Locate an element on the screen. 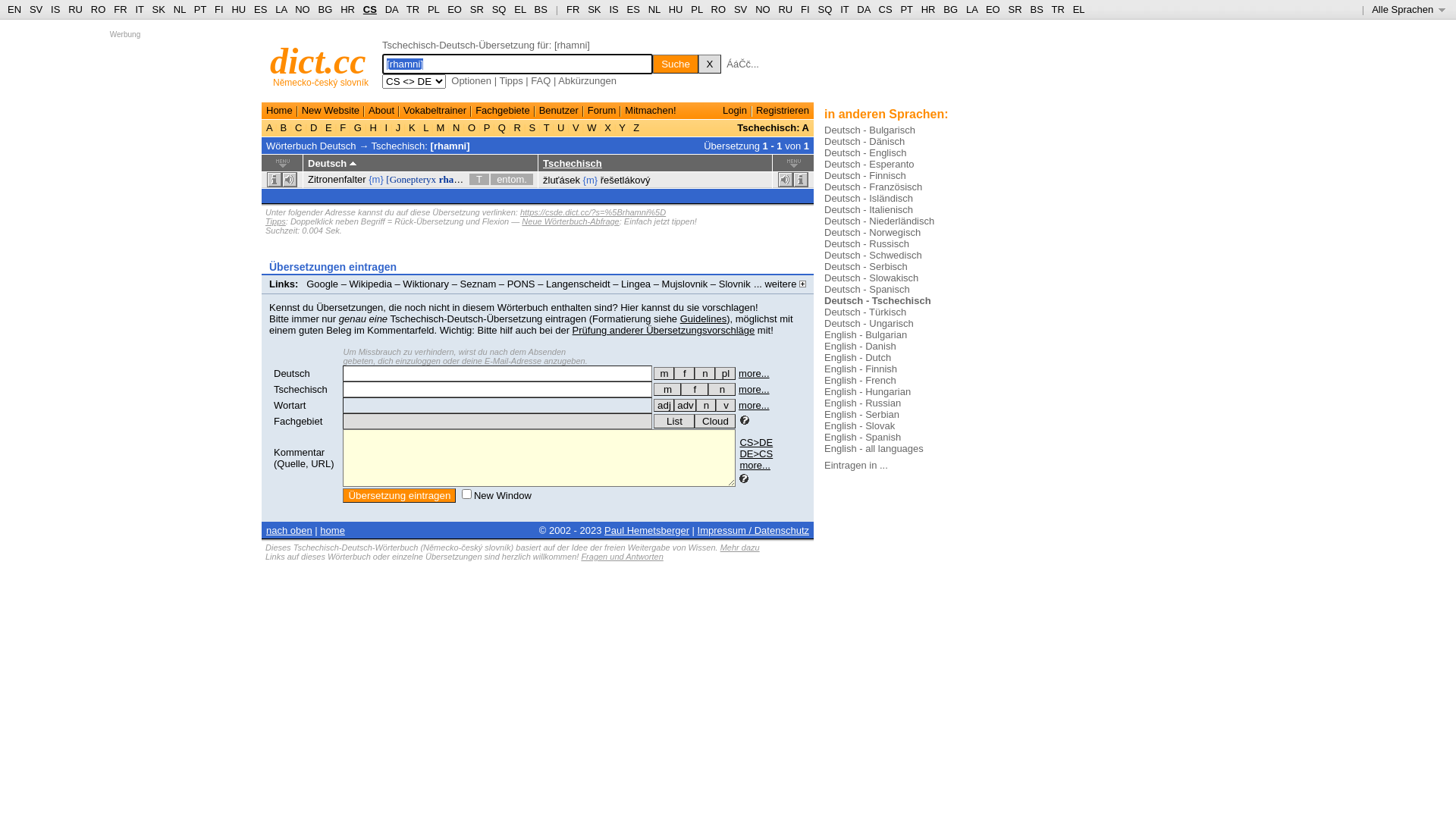 The image size is (1456, 819). 'Slovnik' is located at coordinates (718, 284).